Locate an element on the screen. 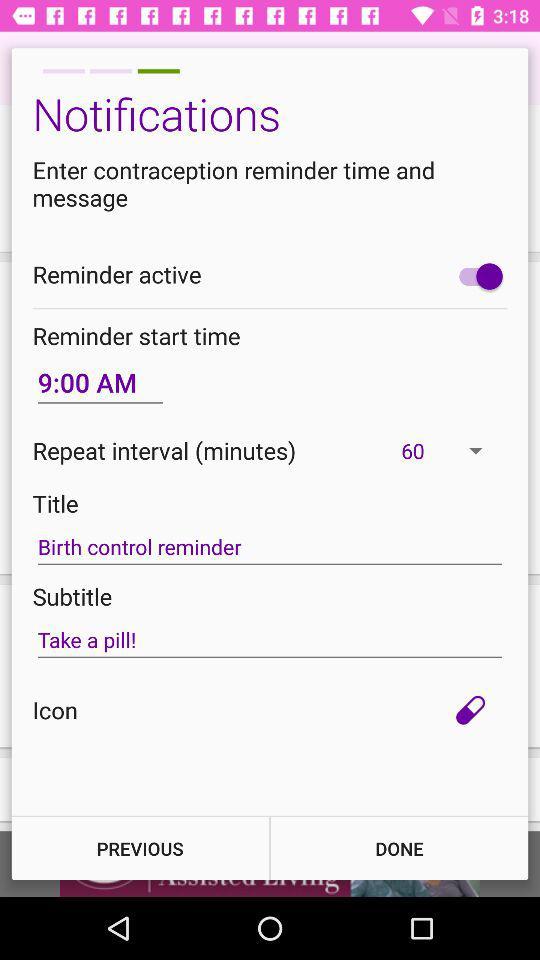  item next to the reminder active is located at coordinates (475, 275).